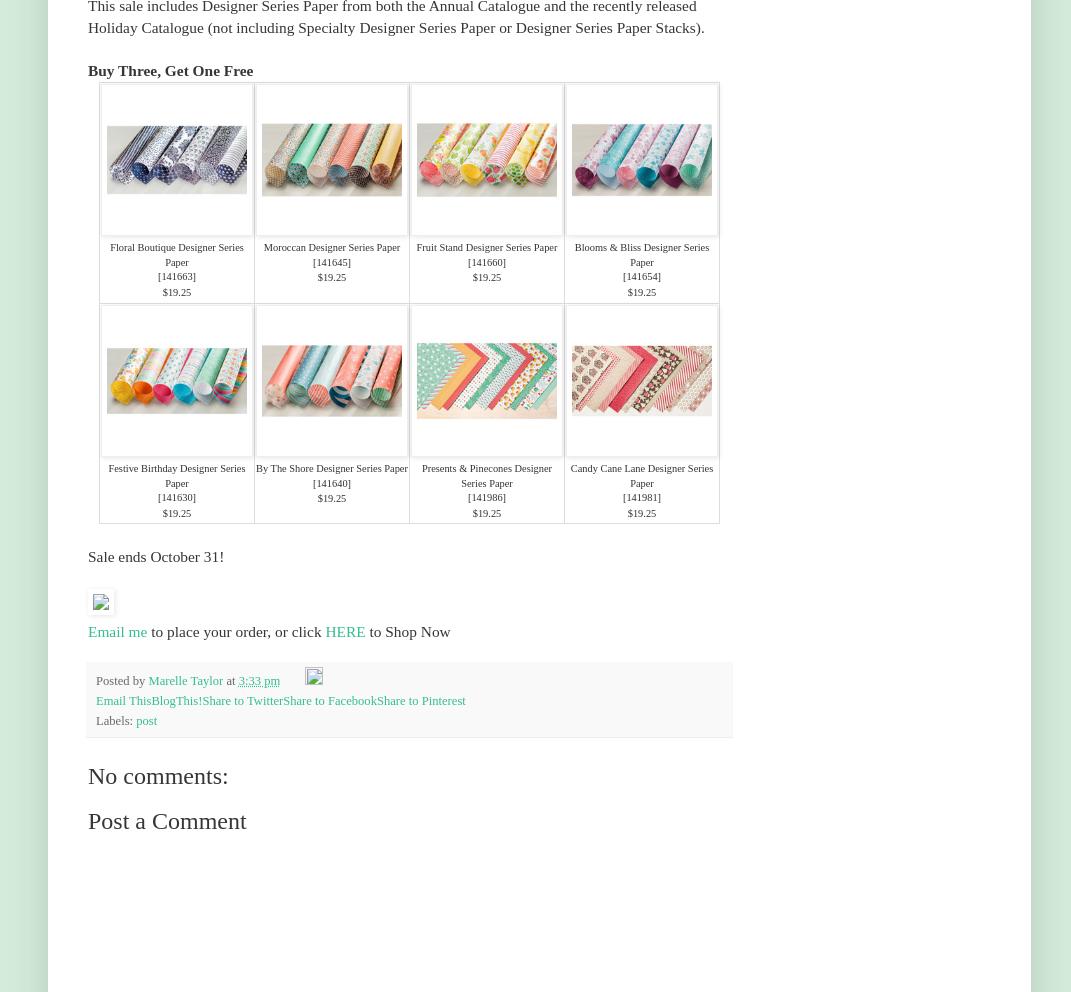 This screenshot has width=1071, height=992. I want to click on 'BlogThis!', so click(175, 700).